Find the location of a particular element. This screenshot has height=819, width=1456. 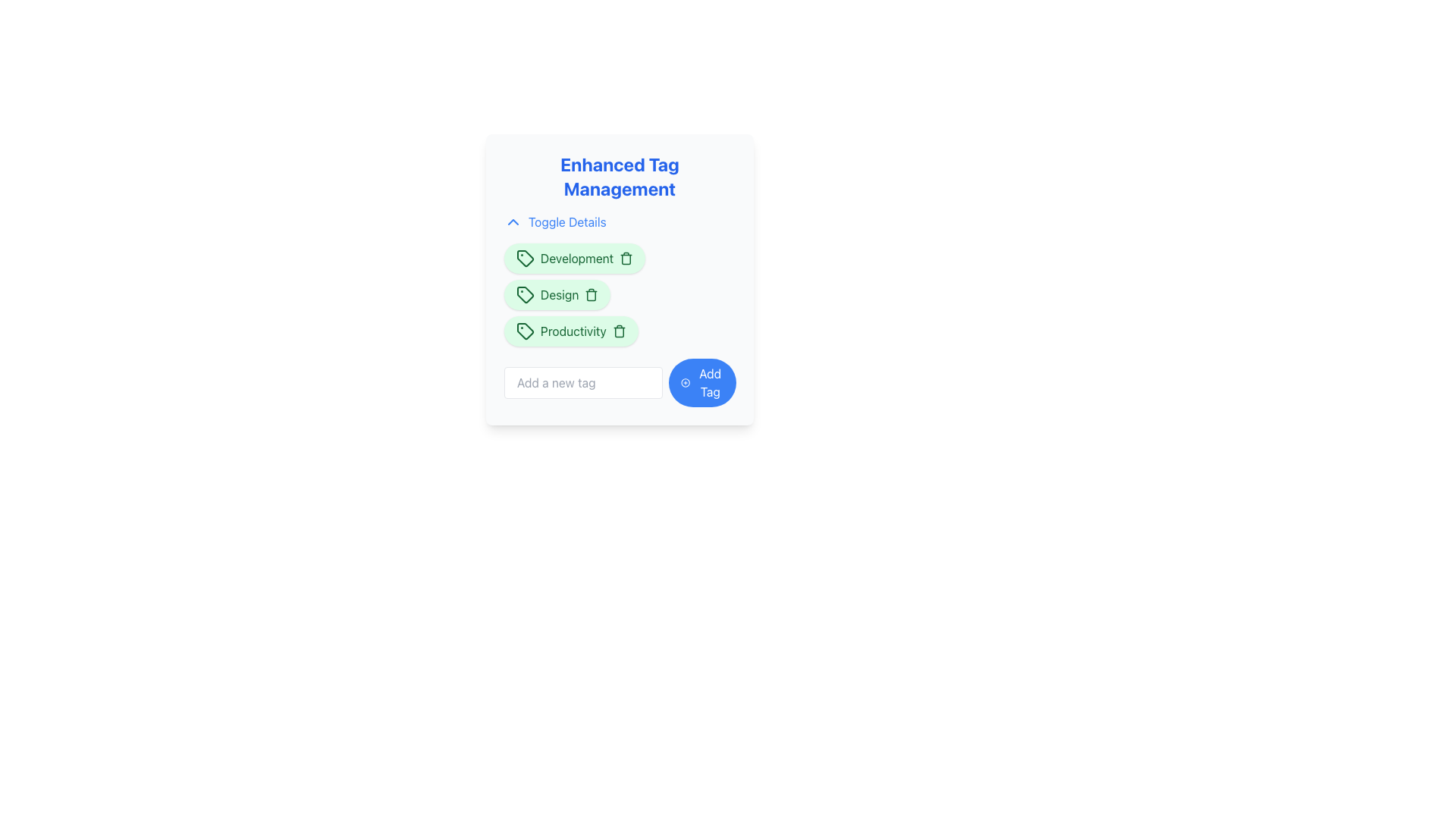

the greenish tag component labeled 'Design' with adjacent icons is located at coordinates (557, 295).